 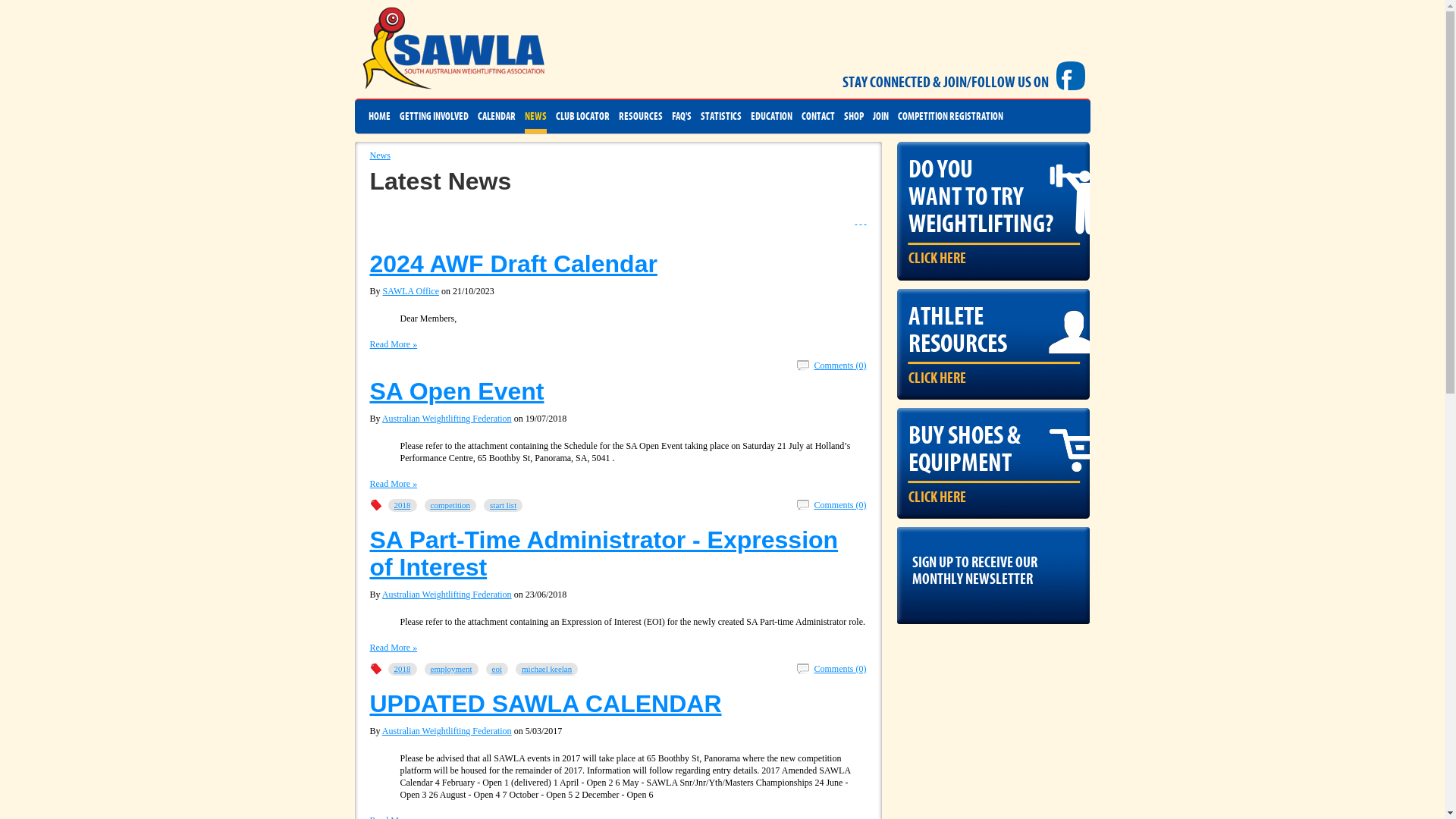 I want to click on 'competition', so click(x=450, y=505).